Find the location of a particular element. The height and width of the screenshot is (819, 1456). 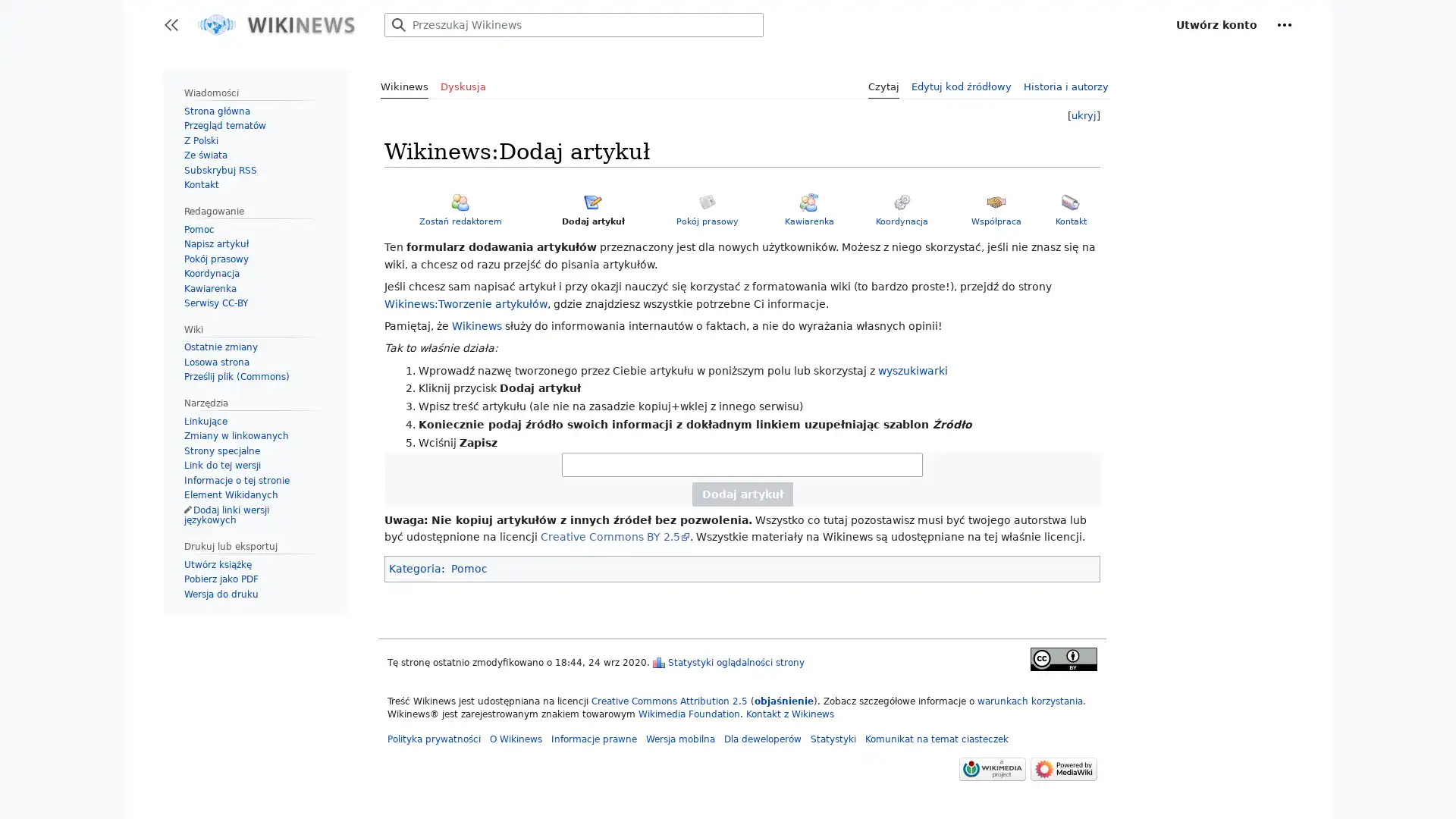

ukryj is located at coordinates (1083, 115).